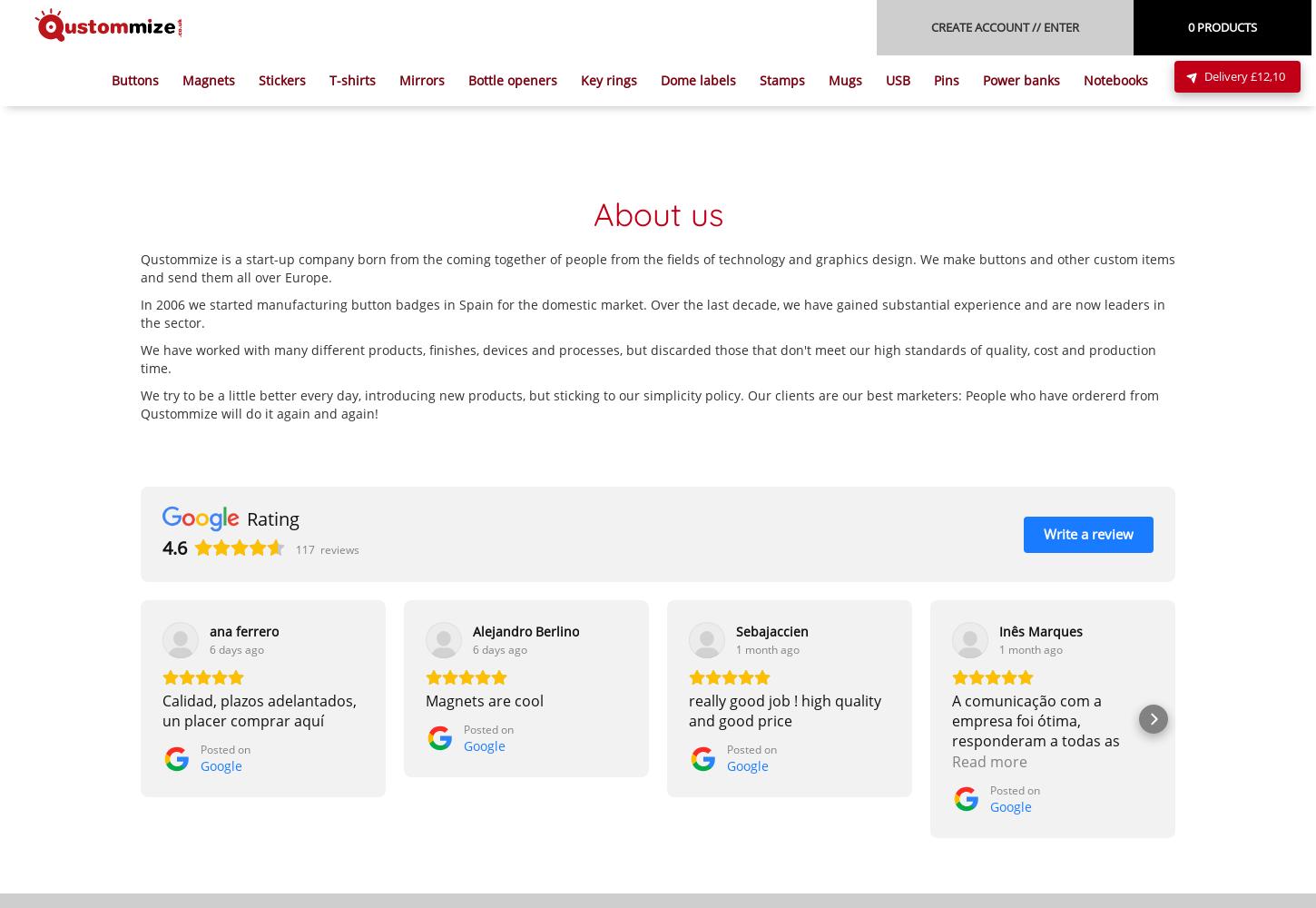  What do you see at coordinates (988, 760) in the screenshot?
I see `'Read more'` at bounding box center [988, 760].